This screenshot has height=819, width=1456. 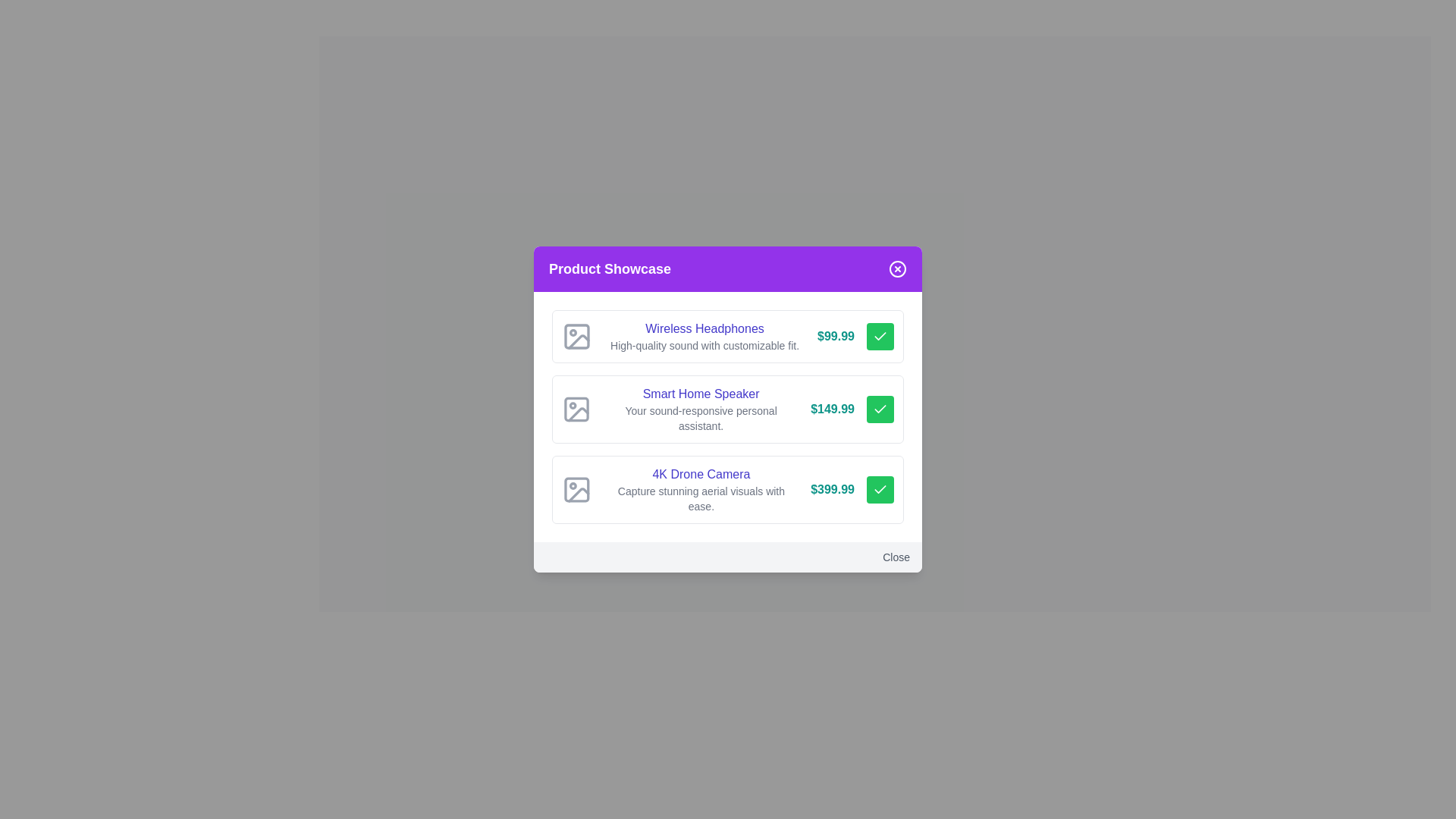 What do you see at coordinates (576, 409) in the screenshot?
I see `the SVG Rectangle Graphic that serves as the base rectangle within the SVG illustration for the picture icon located in the second row of the item list, aligning to the left side` at bounding box center [576, 409].